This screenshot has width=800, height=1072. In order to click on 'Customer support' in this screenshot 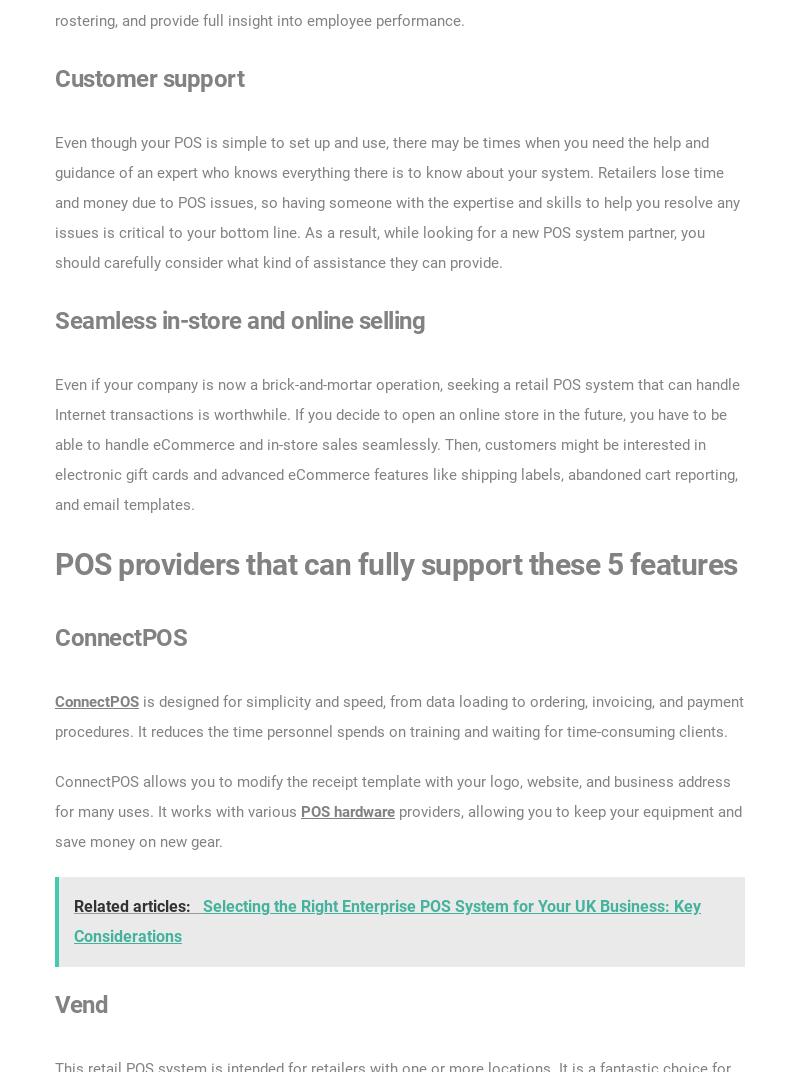, I will do `click(149, 78)`.